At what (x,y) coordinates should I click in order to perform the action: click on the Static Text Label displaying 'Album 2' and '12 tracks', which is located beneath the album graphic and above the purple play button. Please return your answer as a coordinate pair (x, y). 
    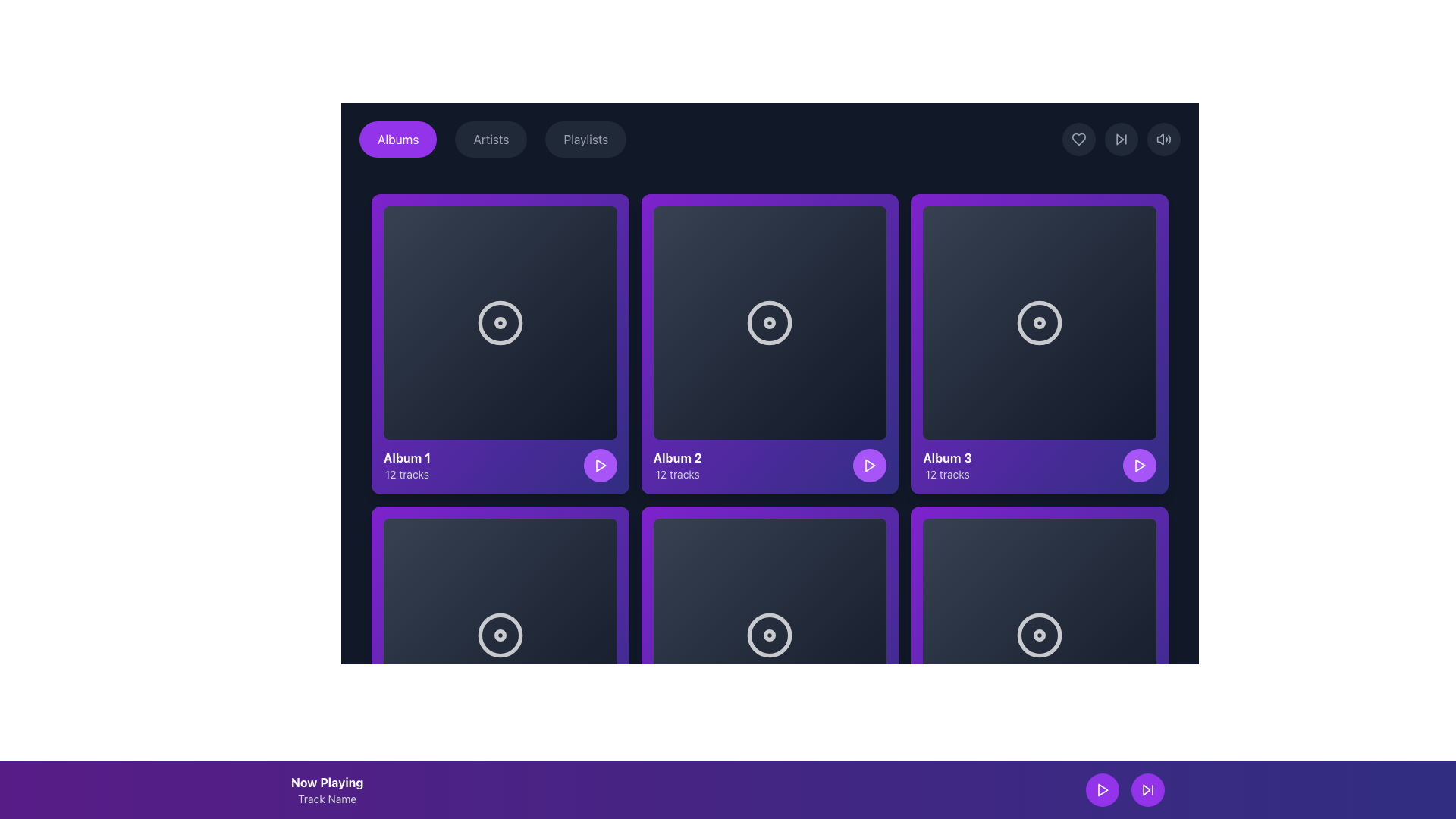
    Looking at the image, I should click on (676, 464).